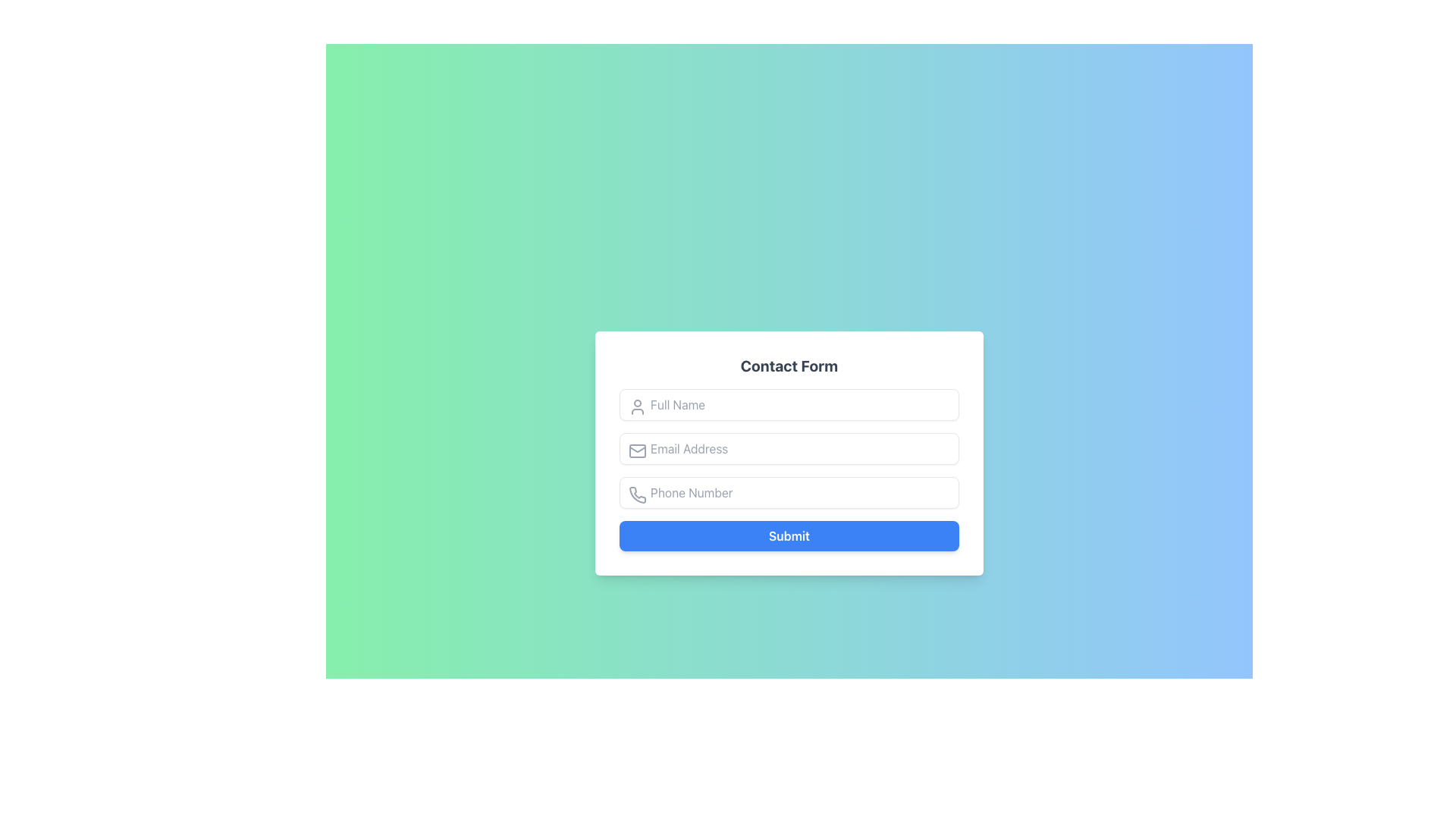 Image resolution: width=1456 pixels, height=819 pixels. I want to click on the email input field in the 'Contact Form', which is the second field below 'Full Name' and above 'Phone Number', so click(789, 469).